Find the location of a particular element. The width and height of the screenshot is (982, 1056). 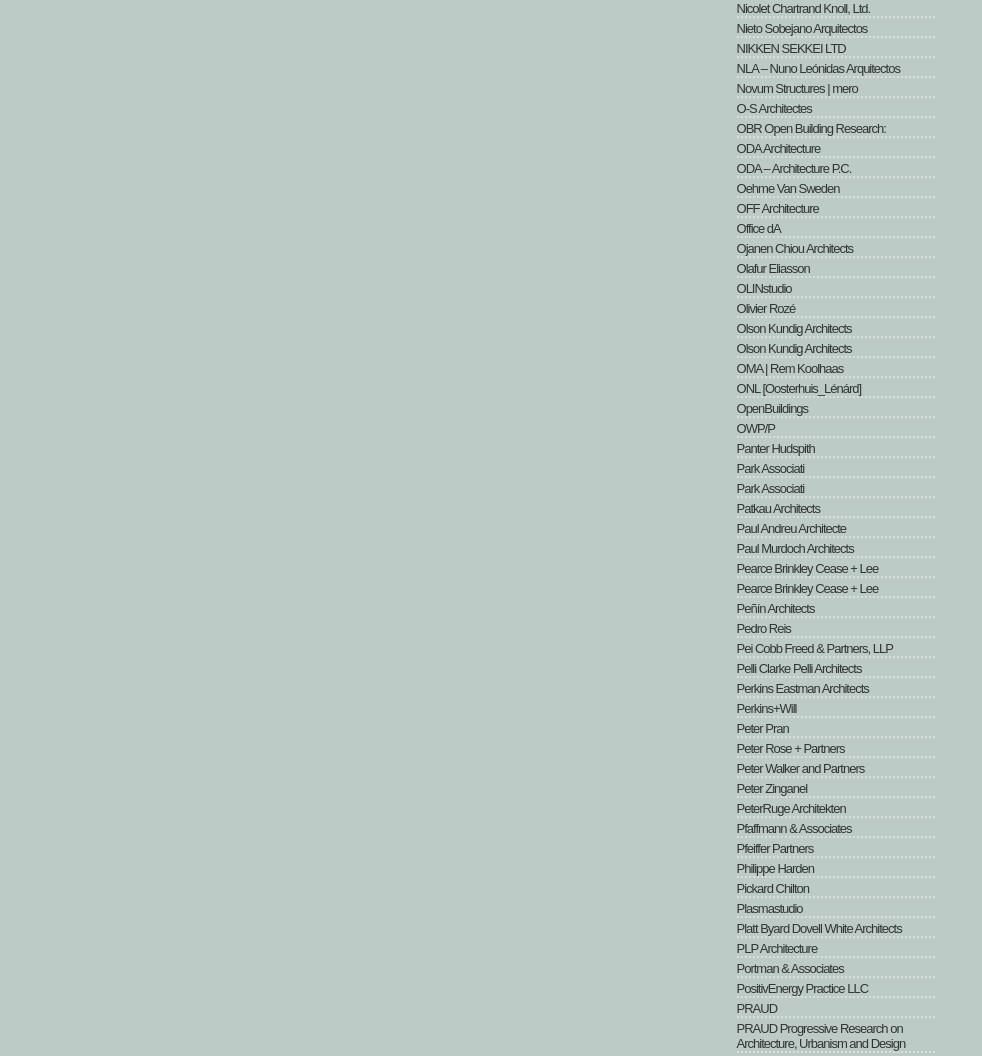

'Peter Pran' is located at coordinates (762, 727).